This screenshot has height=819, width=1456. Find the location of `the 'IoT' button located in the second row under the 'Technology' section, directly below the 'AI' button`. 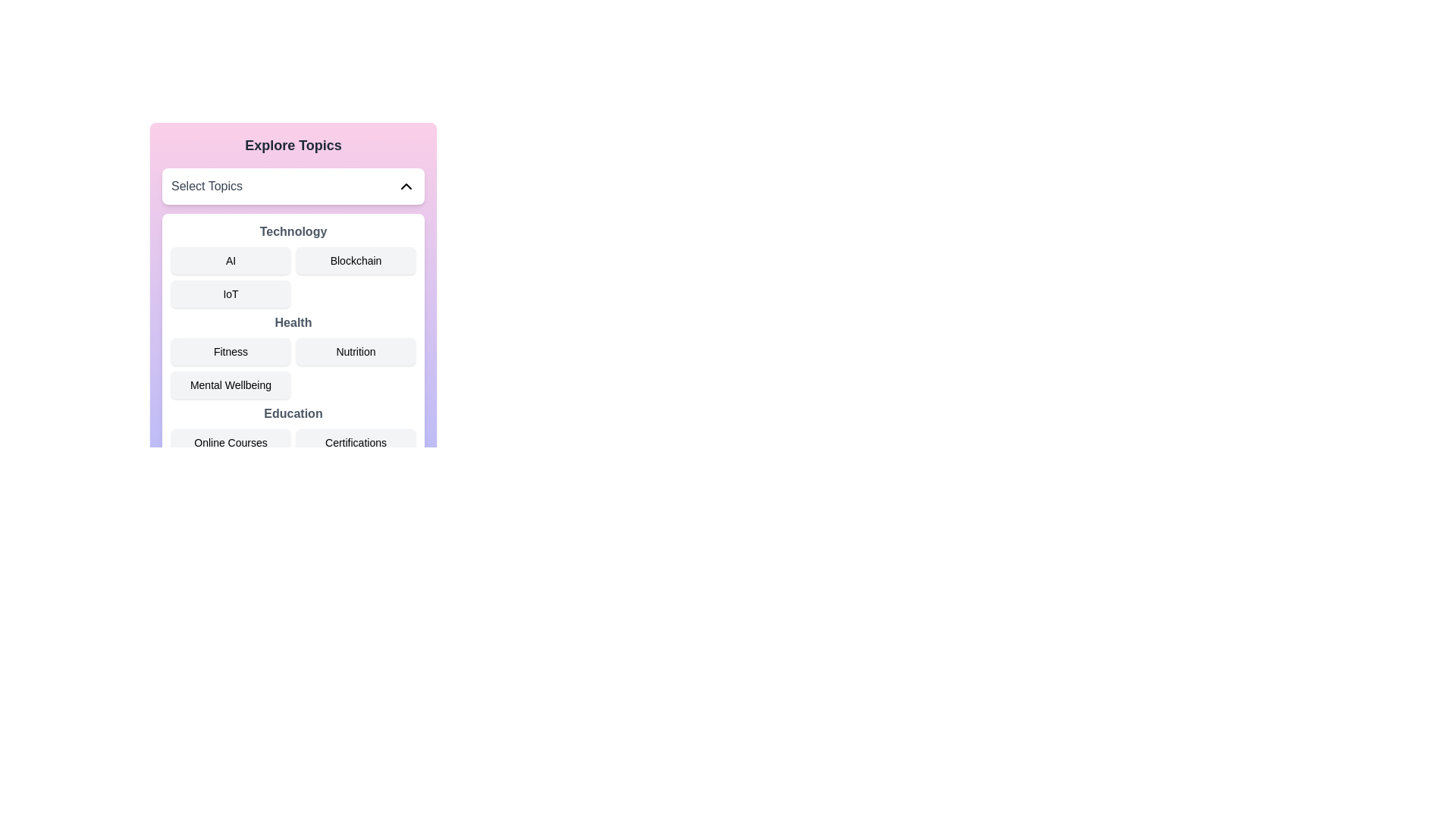

the 'IoT' button located in the second row under the 'Technology' section, directly below the 'AI' button is located at coordinates (293, 275).